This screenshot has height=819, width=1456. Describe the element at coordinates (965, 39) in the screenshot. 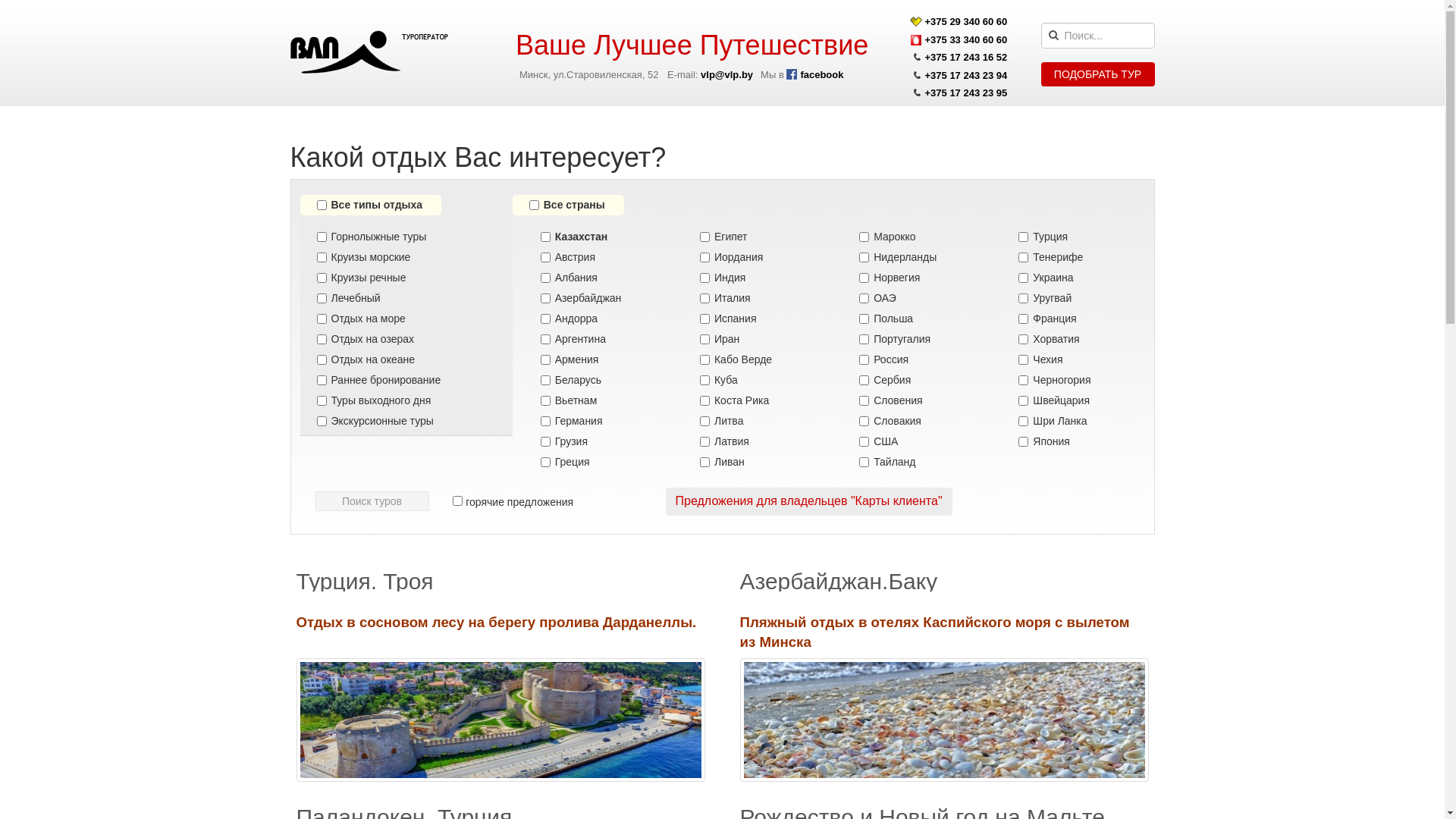

I see `'+375 33 340 60 60'` at that location.